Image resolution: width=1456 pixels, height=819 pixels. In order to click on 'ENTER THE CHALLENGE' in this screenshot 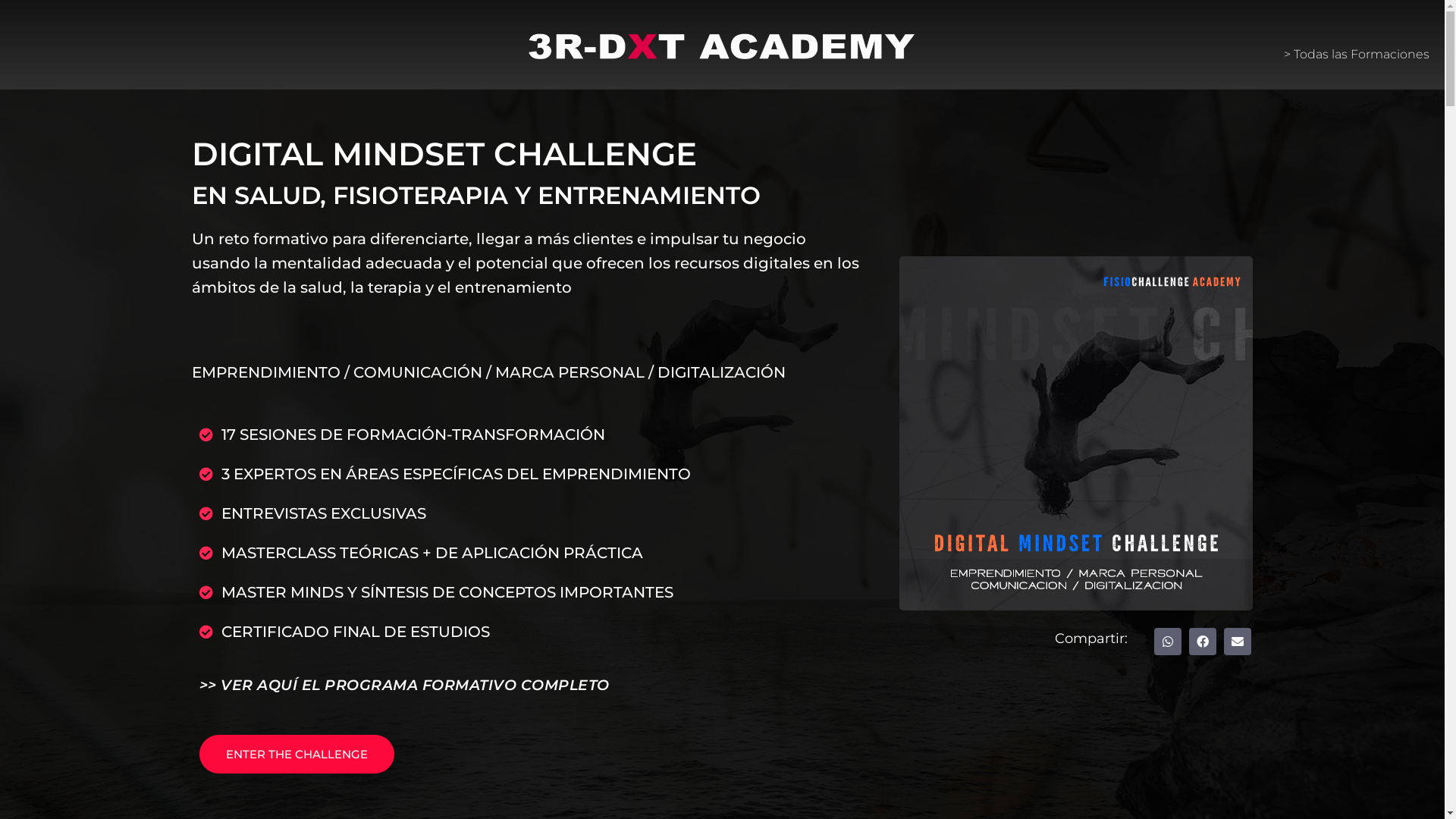, I will do `click(296, 754)`.